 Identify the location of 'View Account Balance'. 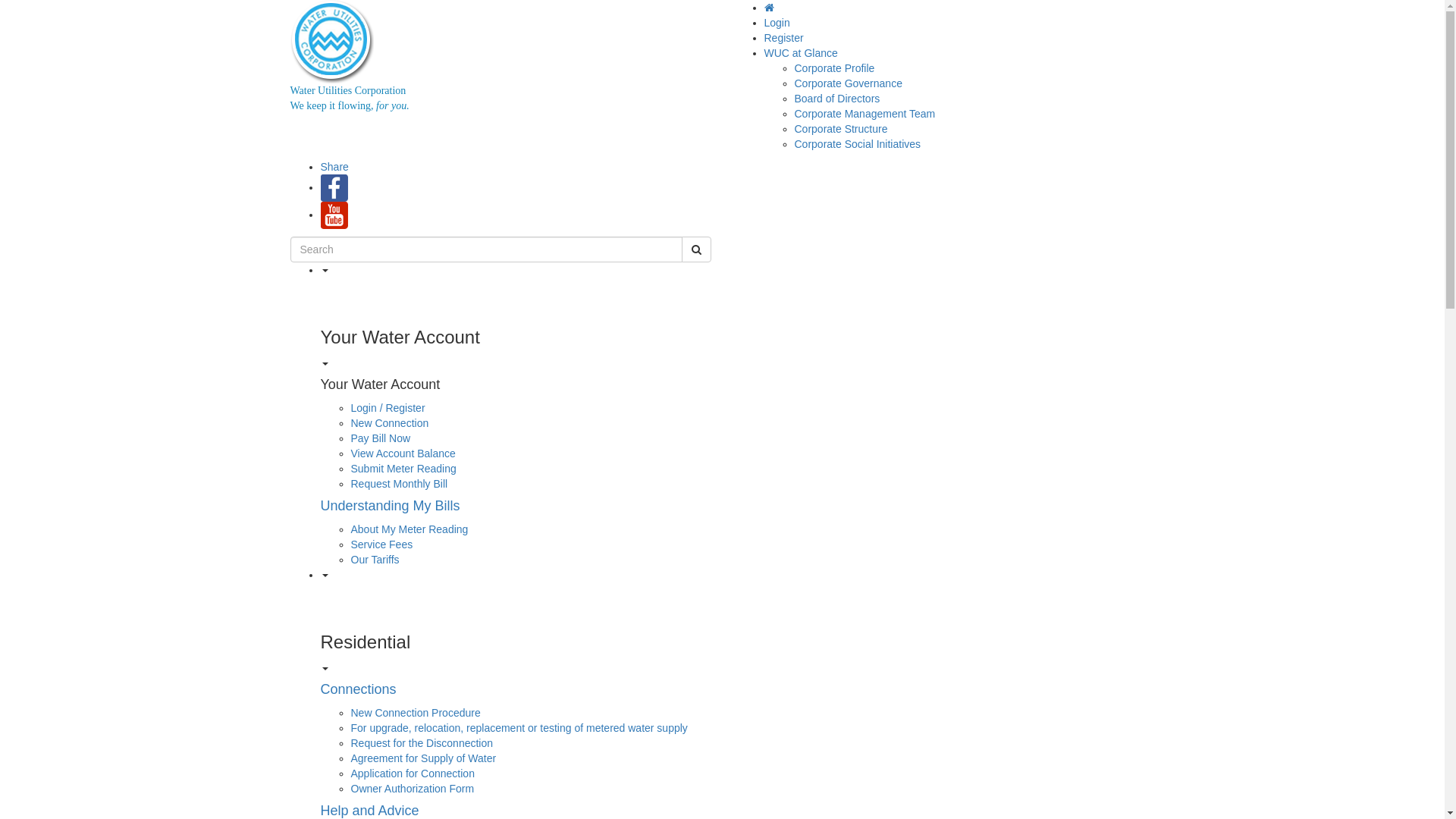
(403, 452).